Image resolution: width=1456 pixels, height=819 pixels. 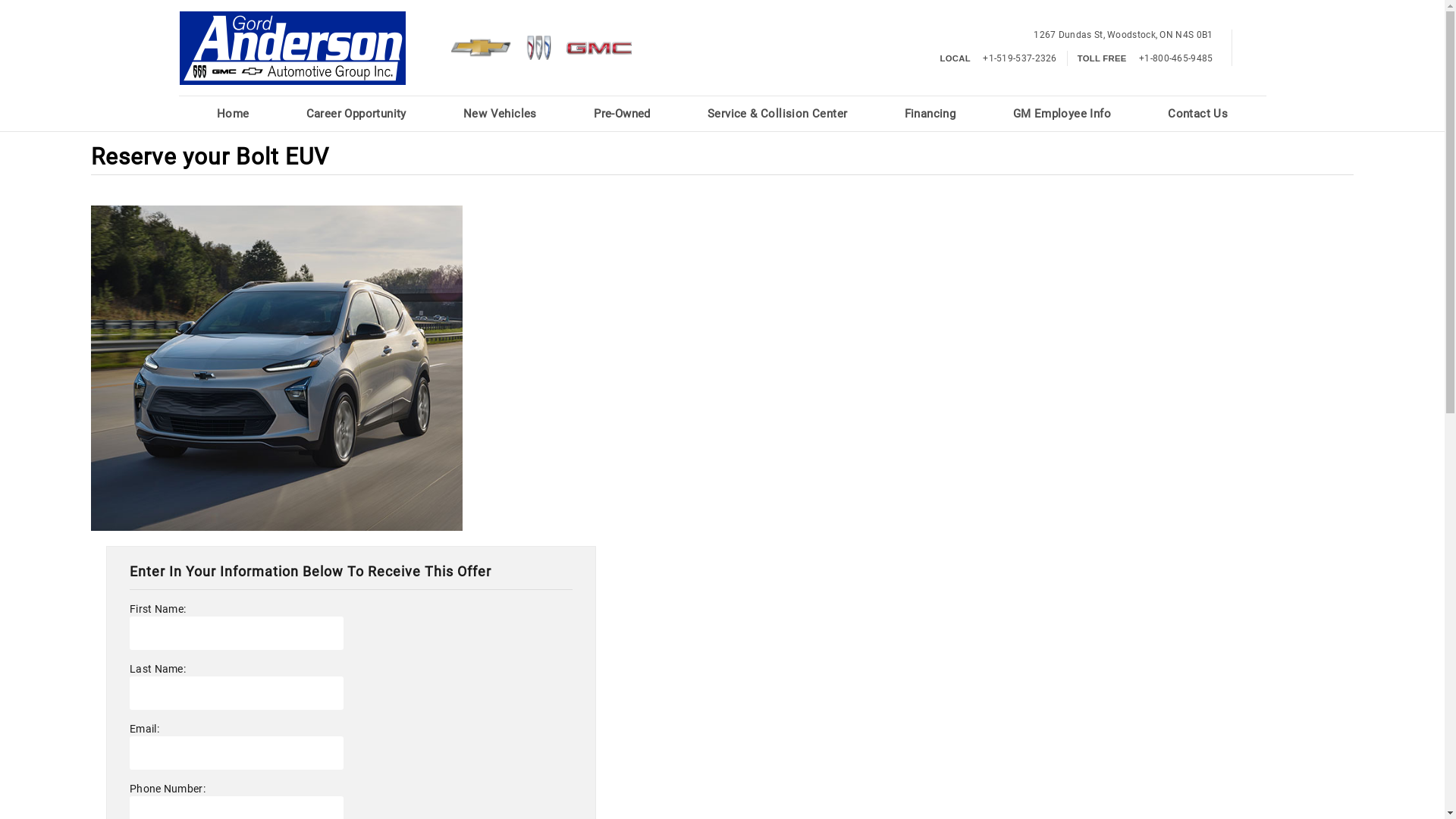 What do you see at coordinates (777, 113) in the screenshot?
I see `'Service & Collision Center'` at bounding box center [777, 113].